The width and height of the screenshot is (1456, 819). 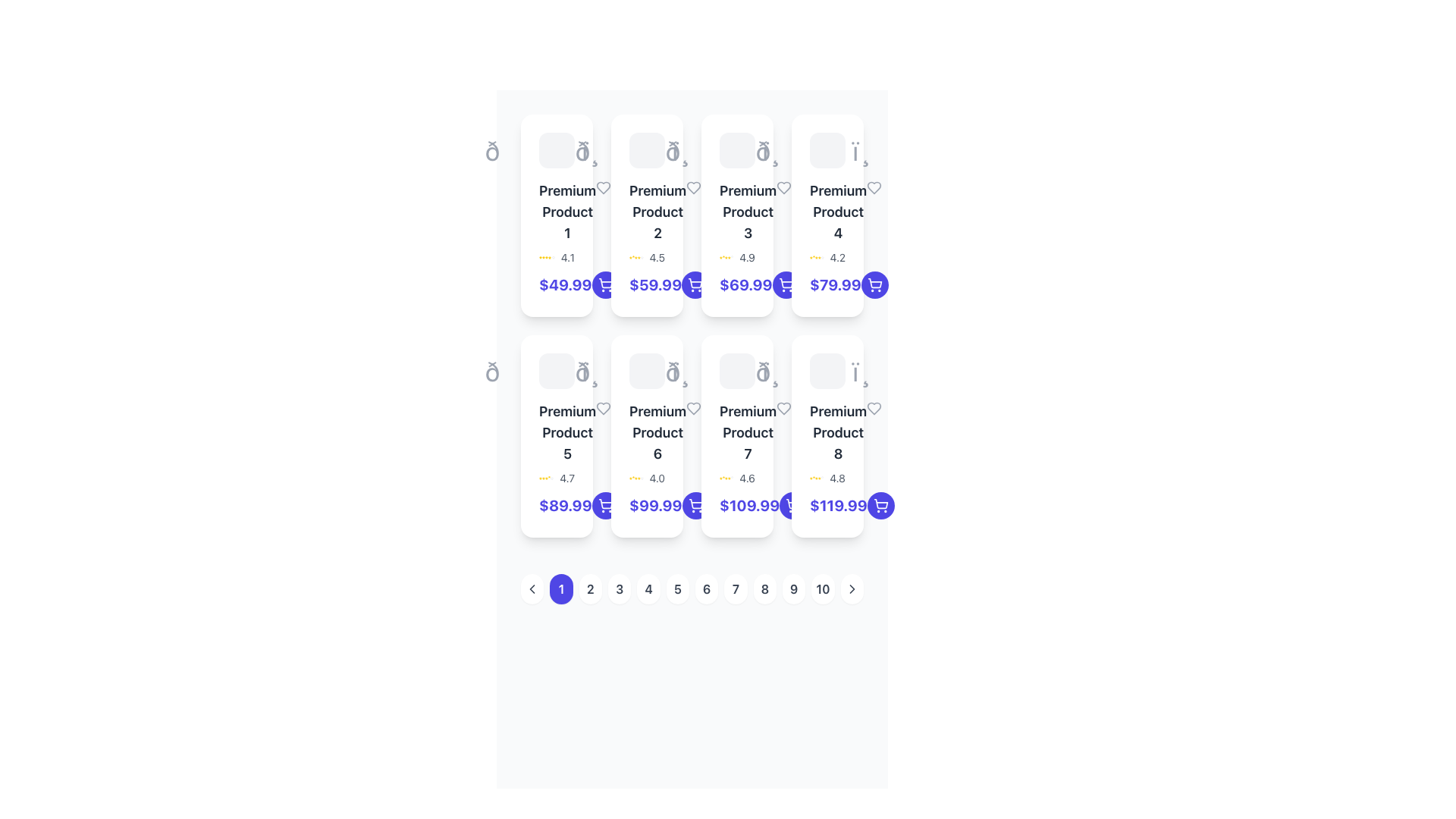 I want to click on the last star icon in the rating system, which represents the unrated portion of the rating, aligned with the text '4.6', so click(x=732, y=479).